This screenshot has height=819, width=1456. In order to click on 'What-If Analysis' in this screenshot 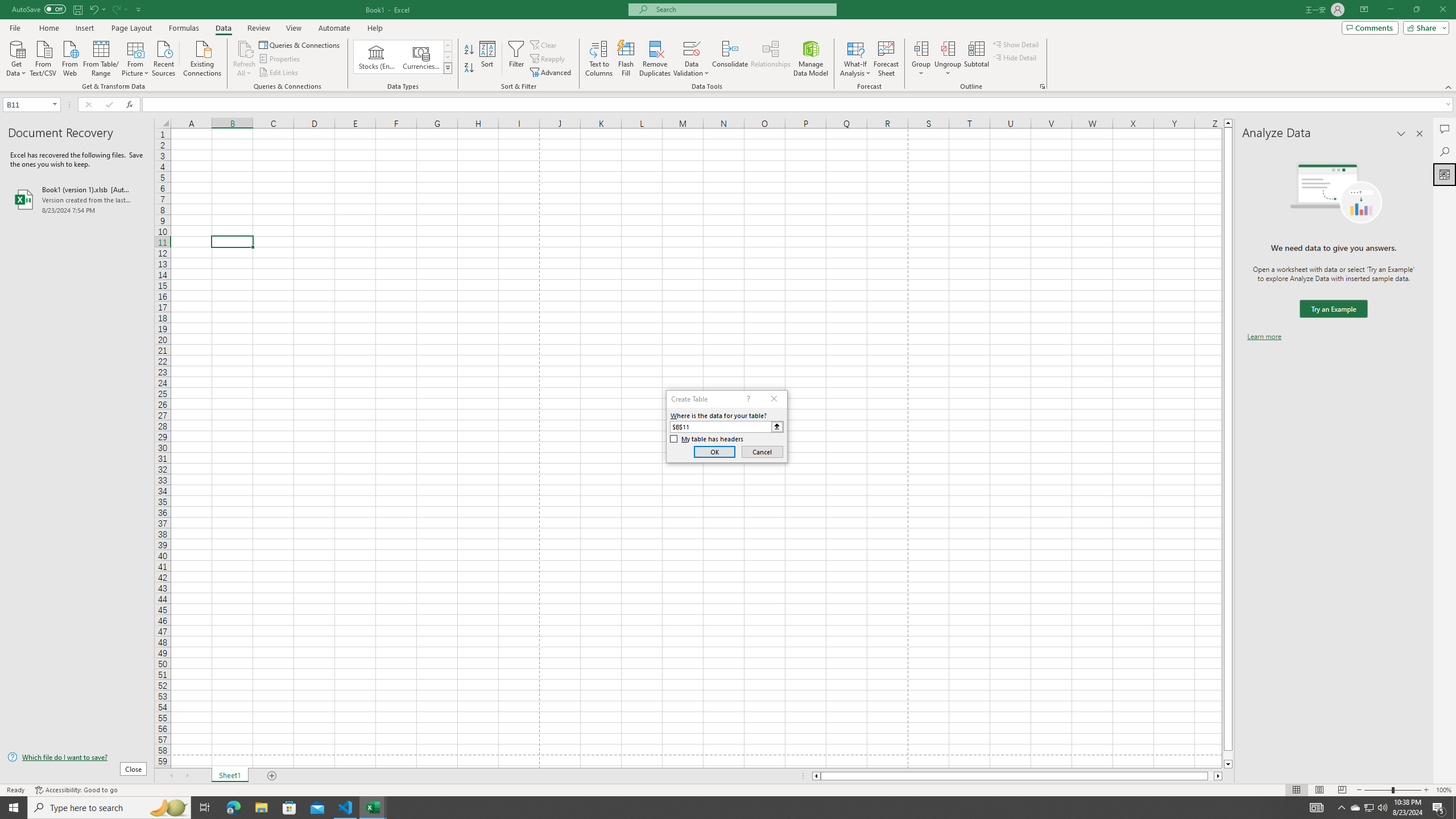, I will do `click(855, 59)`.